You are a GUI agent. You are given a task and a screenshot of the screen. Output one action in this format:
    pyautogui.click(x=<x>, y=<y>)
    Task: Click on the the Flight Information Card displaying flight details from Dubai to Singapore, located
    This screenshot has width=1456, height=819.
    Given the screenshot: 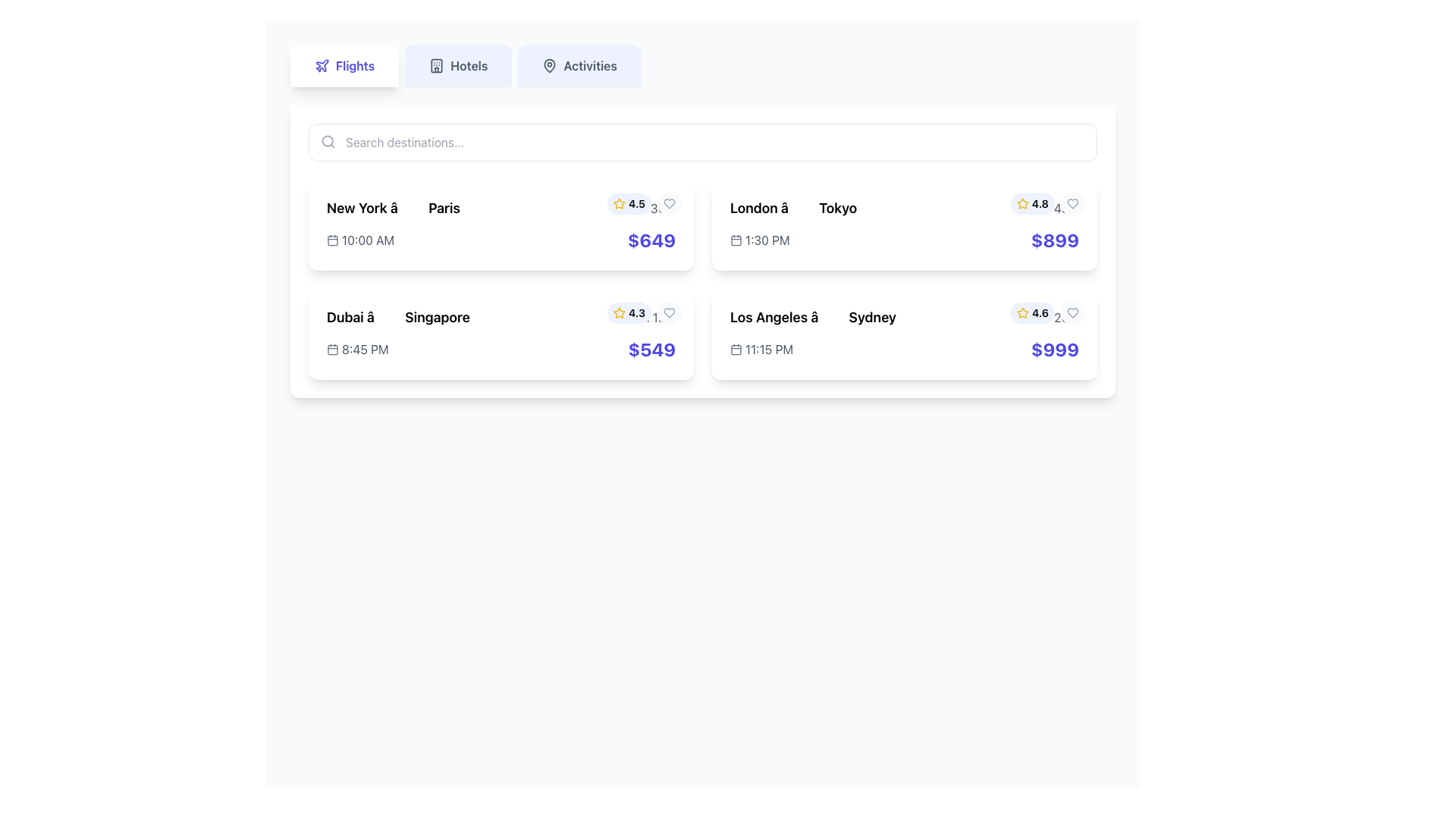 What is the action you would take?
    pyautogui.click(x=501, y=333)
    